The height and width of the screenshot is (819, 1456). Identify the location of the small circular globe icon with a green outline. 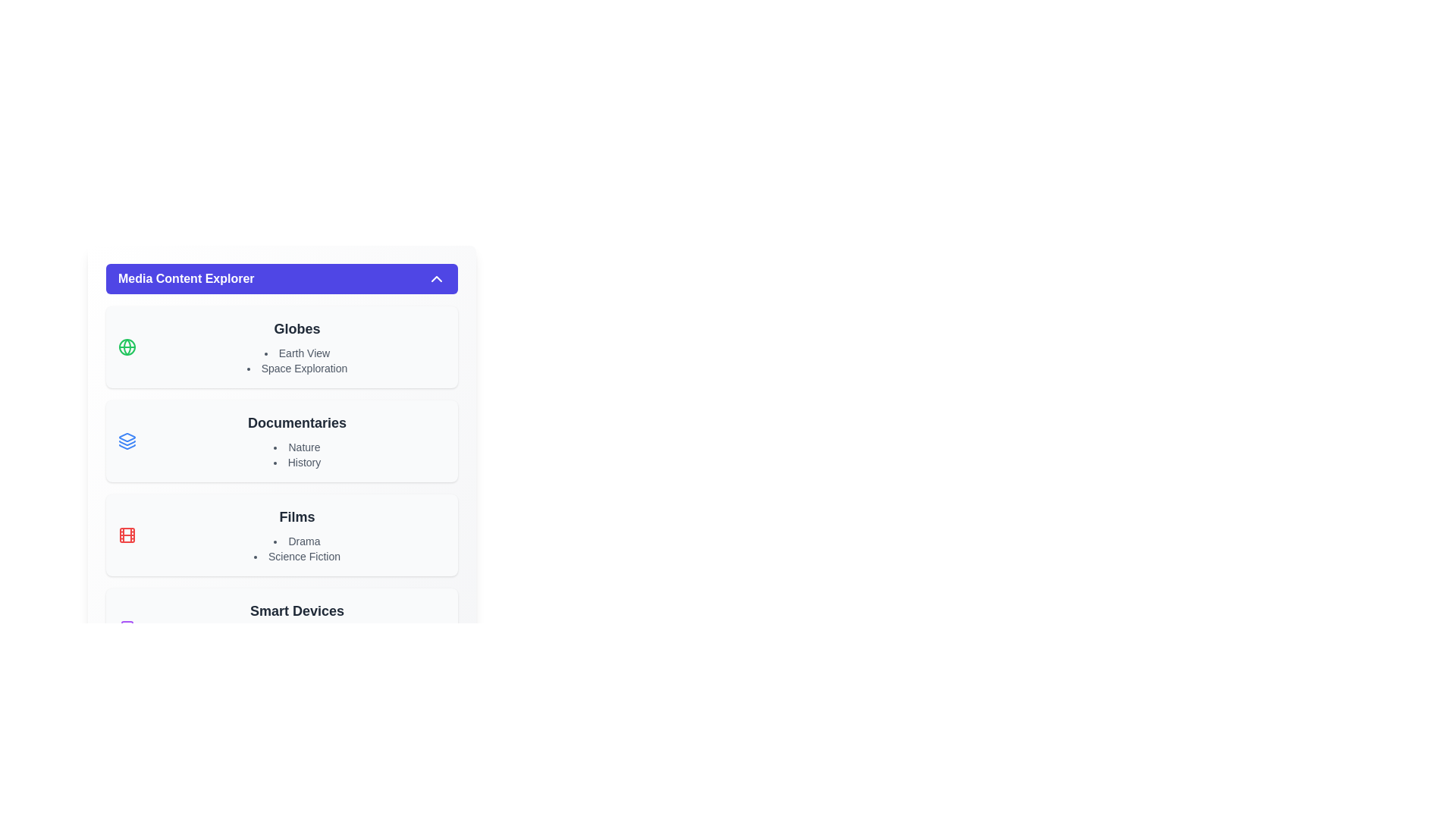
(127, 347).